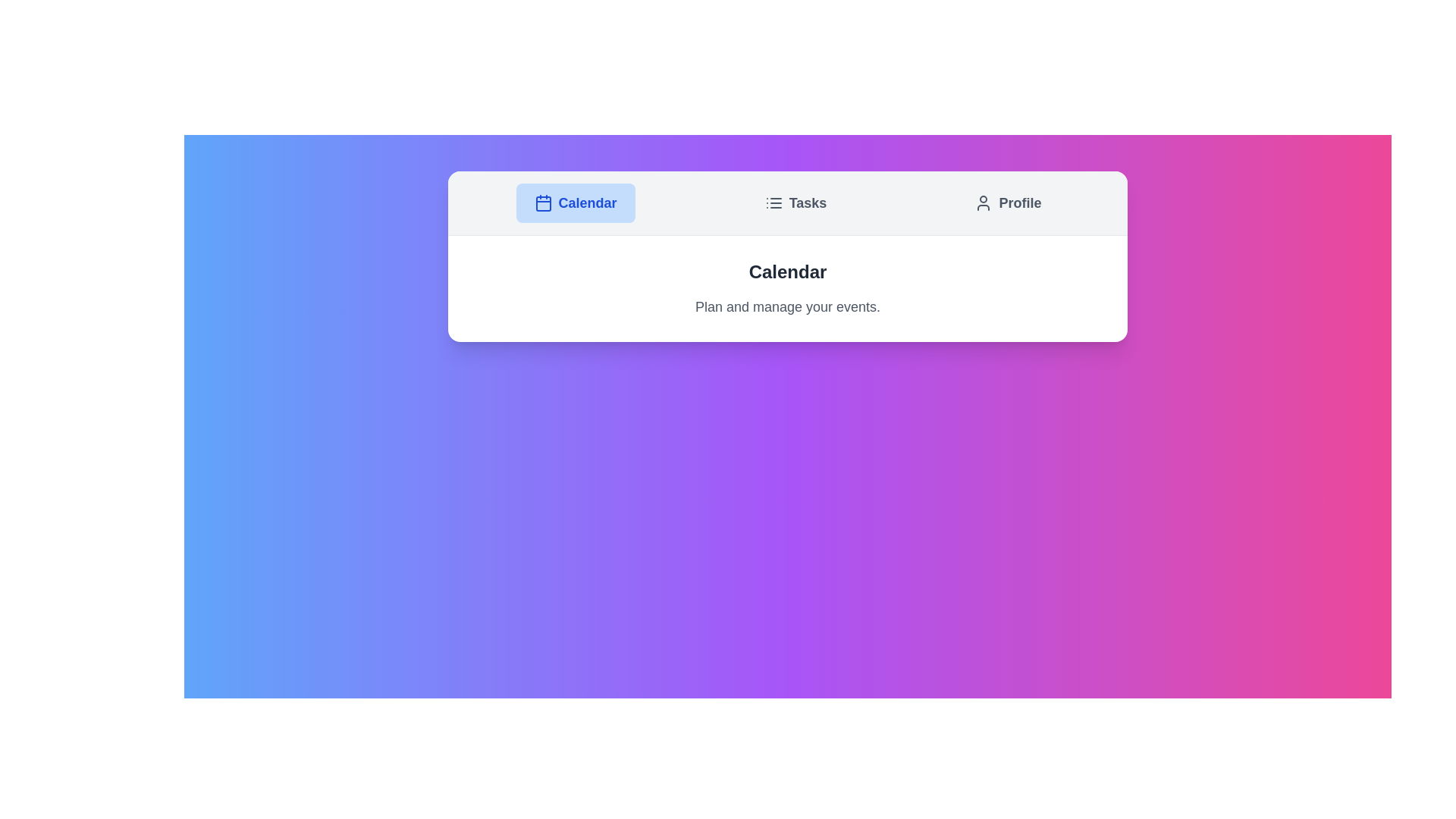  I want to click on the tab labeled Tasks to view its content, so click(795, 202).